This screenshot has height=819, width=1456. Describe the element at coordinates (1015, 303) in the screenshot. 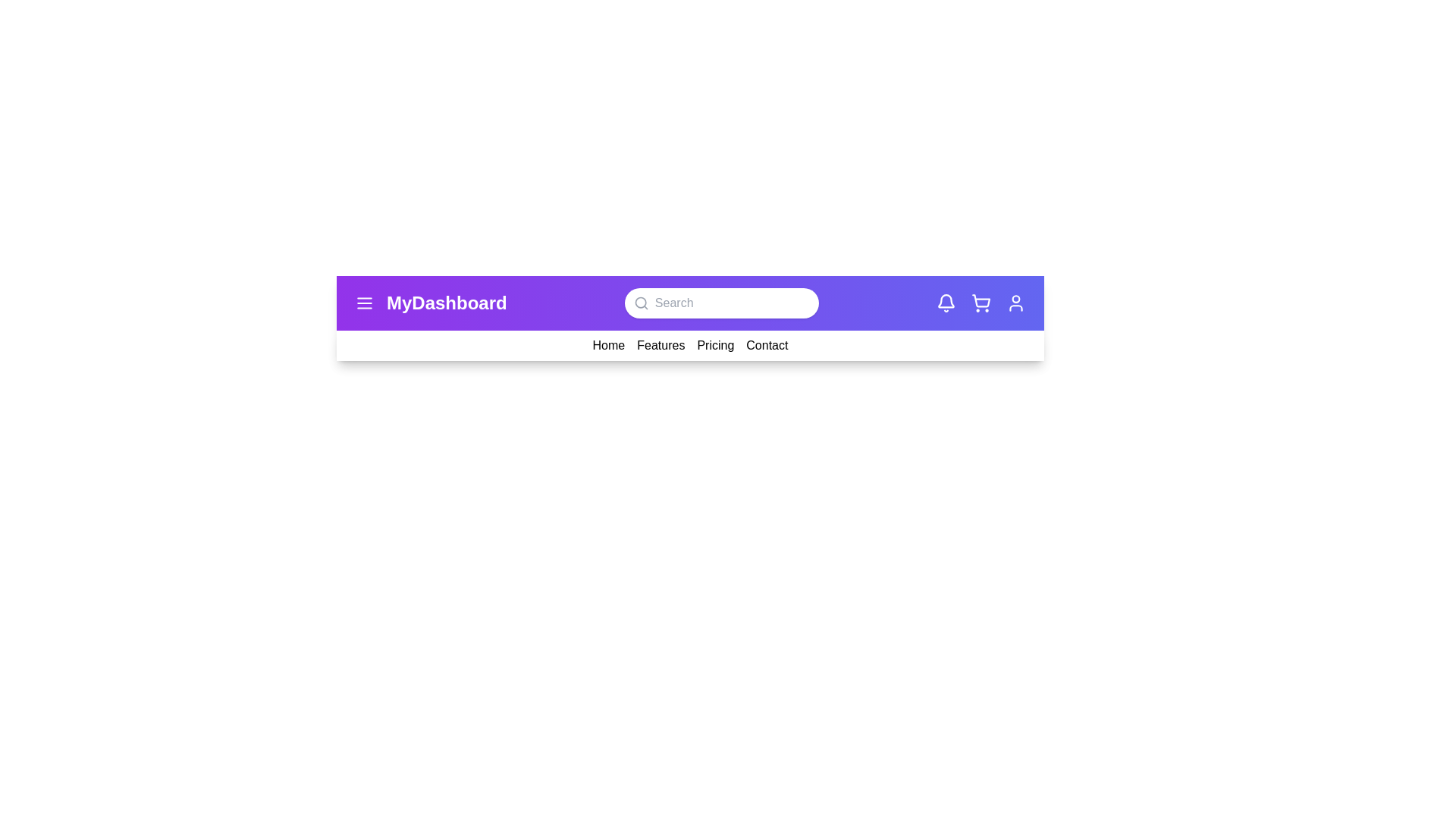

I see `the user profile icon to access the user profile` at that location.